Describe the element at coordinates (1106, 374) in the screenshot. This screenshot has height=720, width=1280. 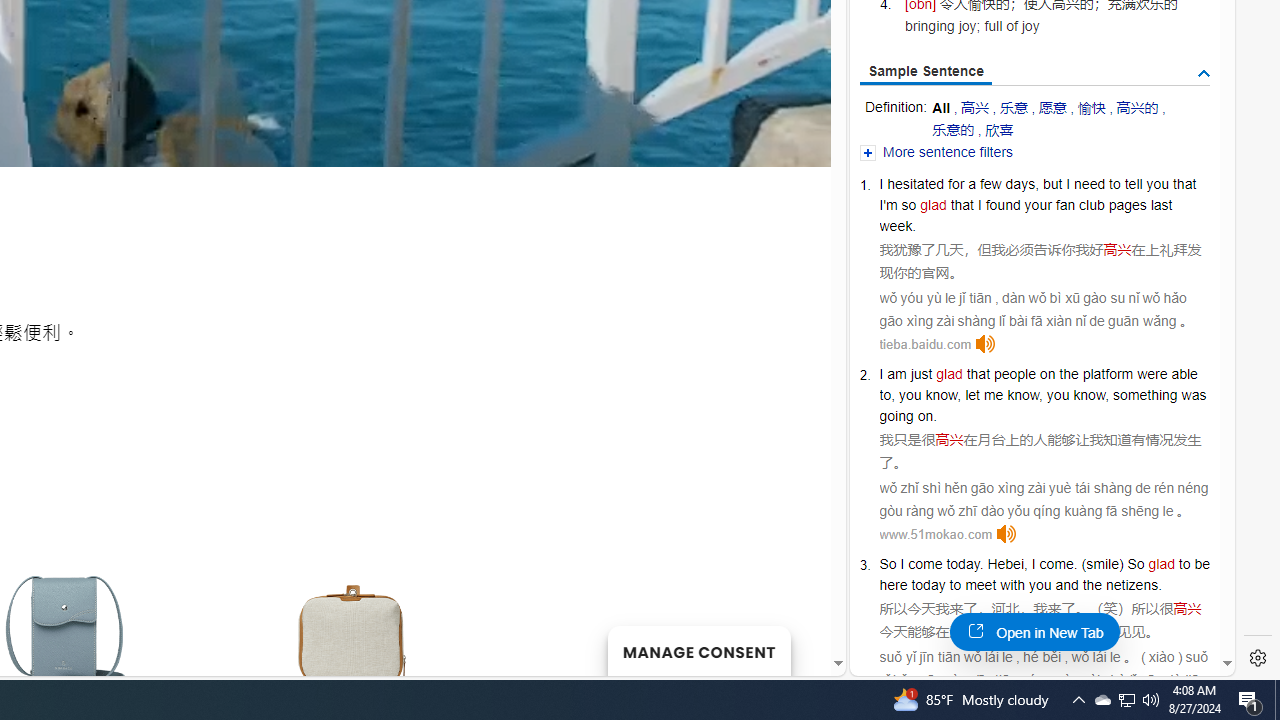
I see `'platform'` at that location.